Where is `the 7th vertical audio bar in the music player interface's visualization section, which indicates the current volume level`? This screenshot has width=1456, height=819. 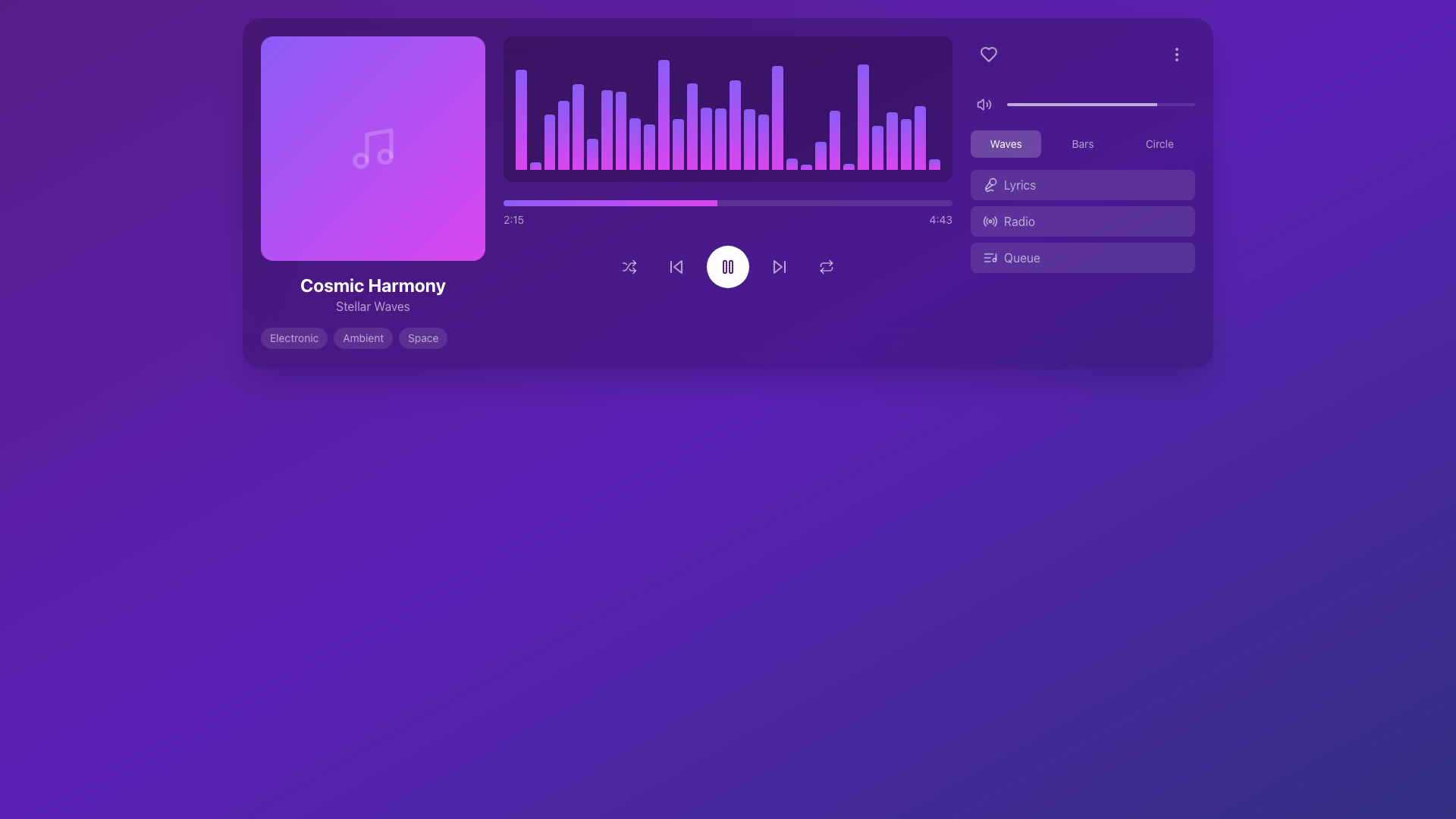
the 7th vertical audio bar in the music player interface's visualization section, which indicates the current volume level is located at coordinates (607, 129).